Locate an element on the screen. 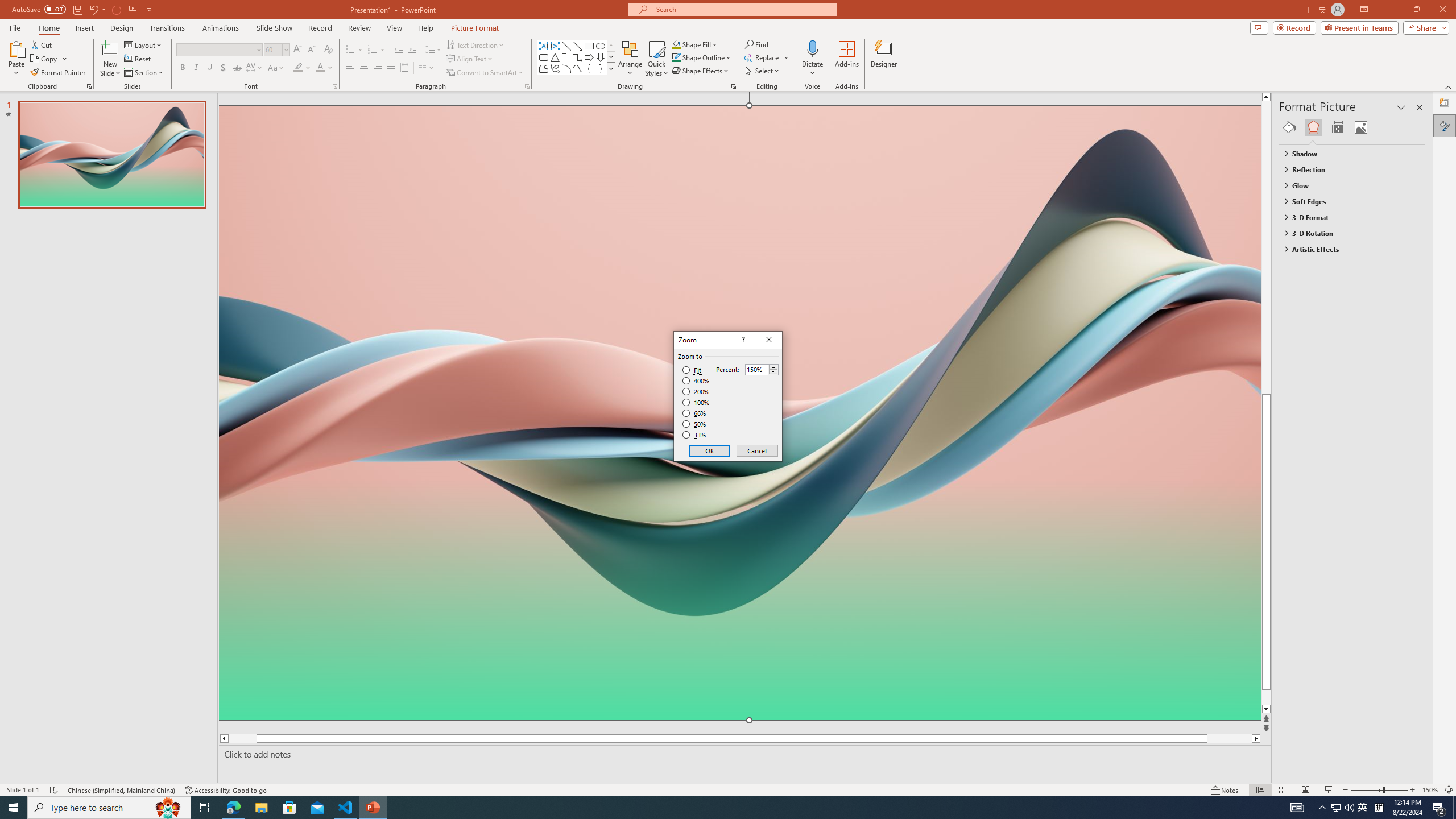 The width and height of the screenshot is (1456, 819). 'Context help' is located at coordinates (742, 340).